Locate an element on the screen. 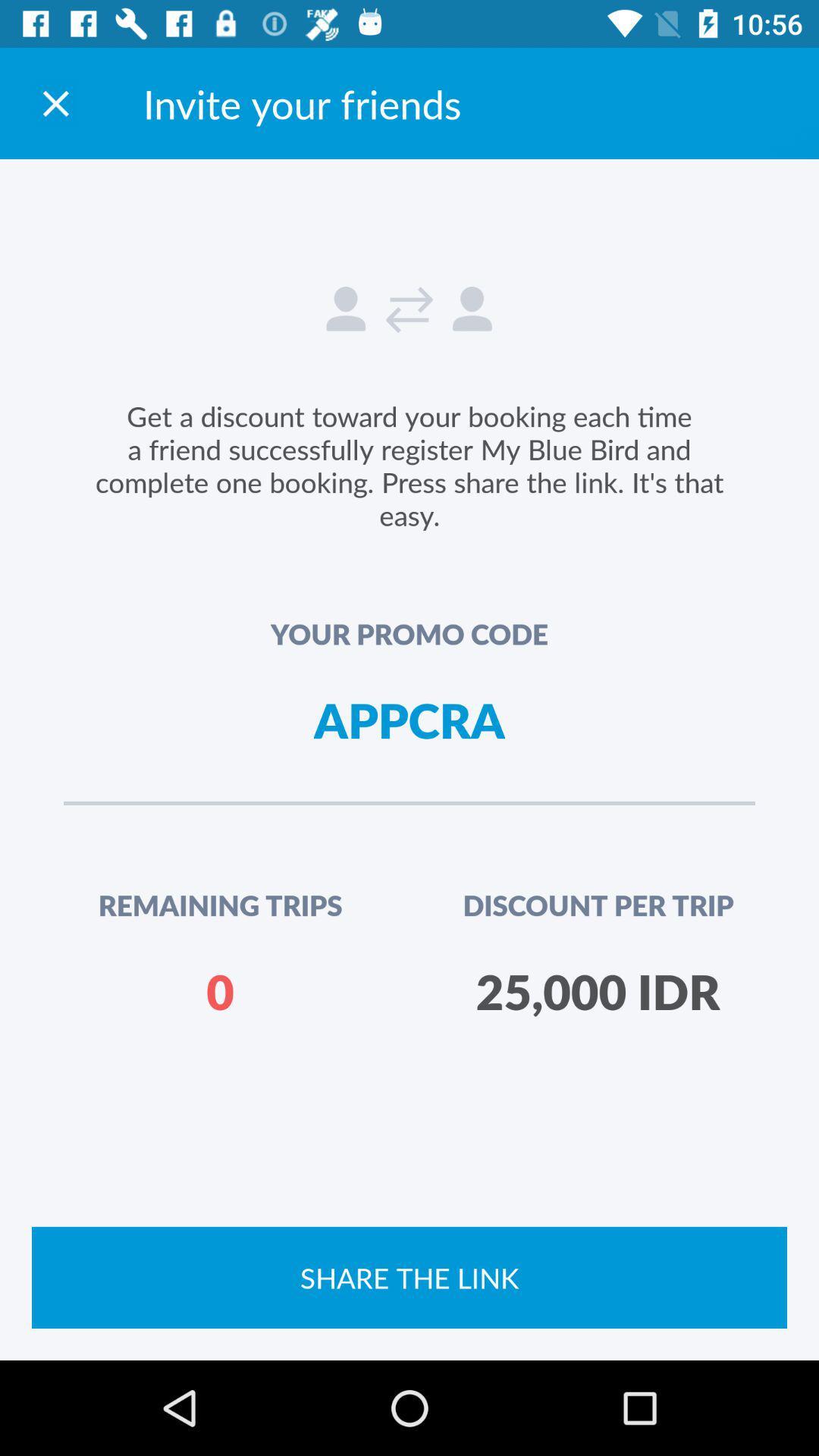 Image resolution: width=819 pixels, height=1456 pixels. icon is located at coordinates (55, 102).